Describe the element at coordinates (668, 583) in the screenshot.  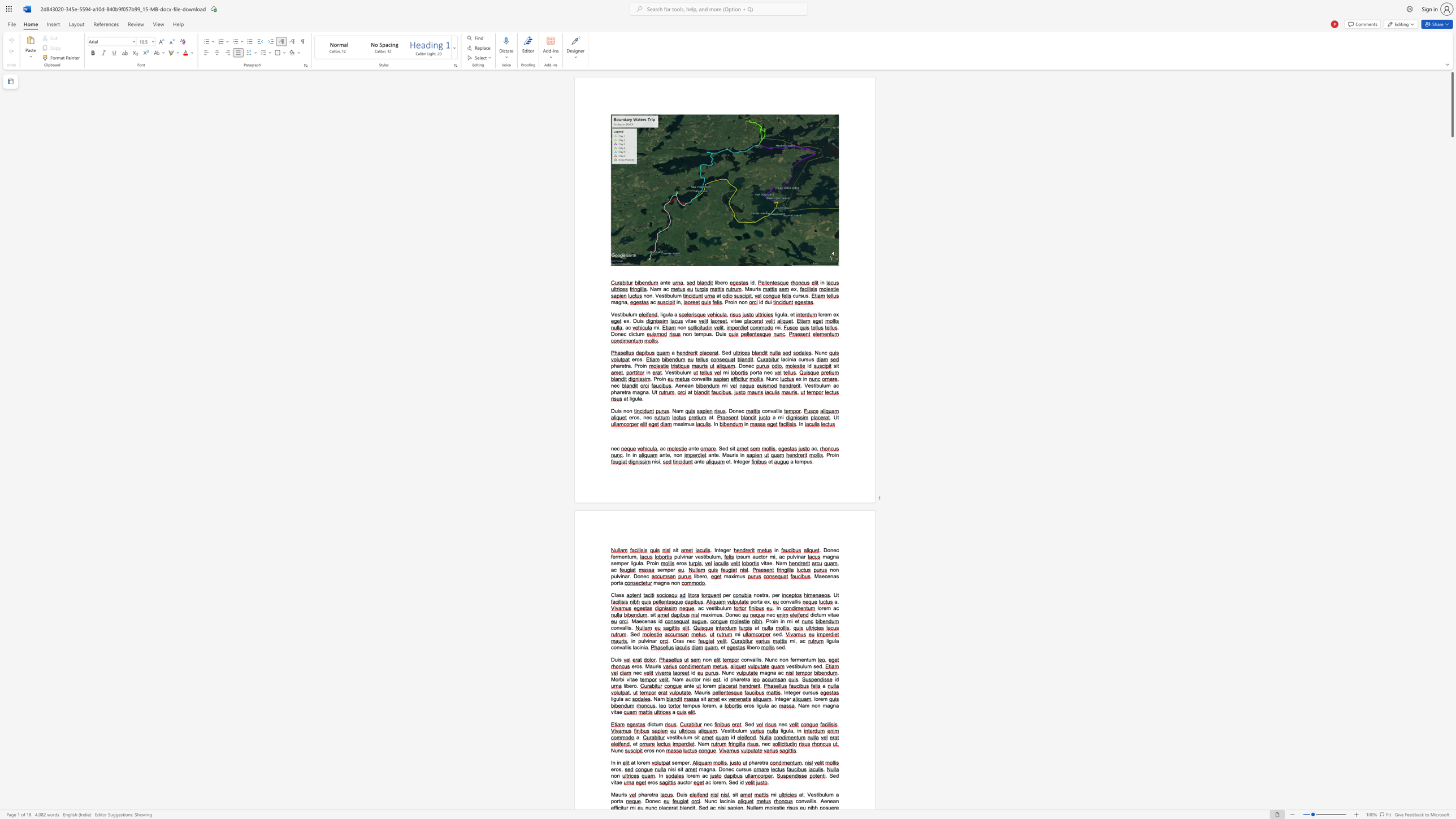
I see `the 2th character "a" in the text` at that location.